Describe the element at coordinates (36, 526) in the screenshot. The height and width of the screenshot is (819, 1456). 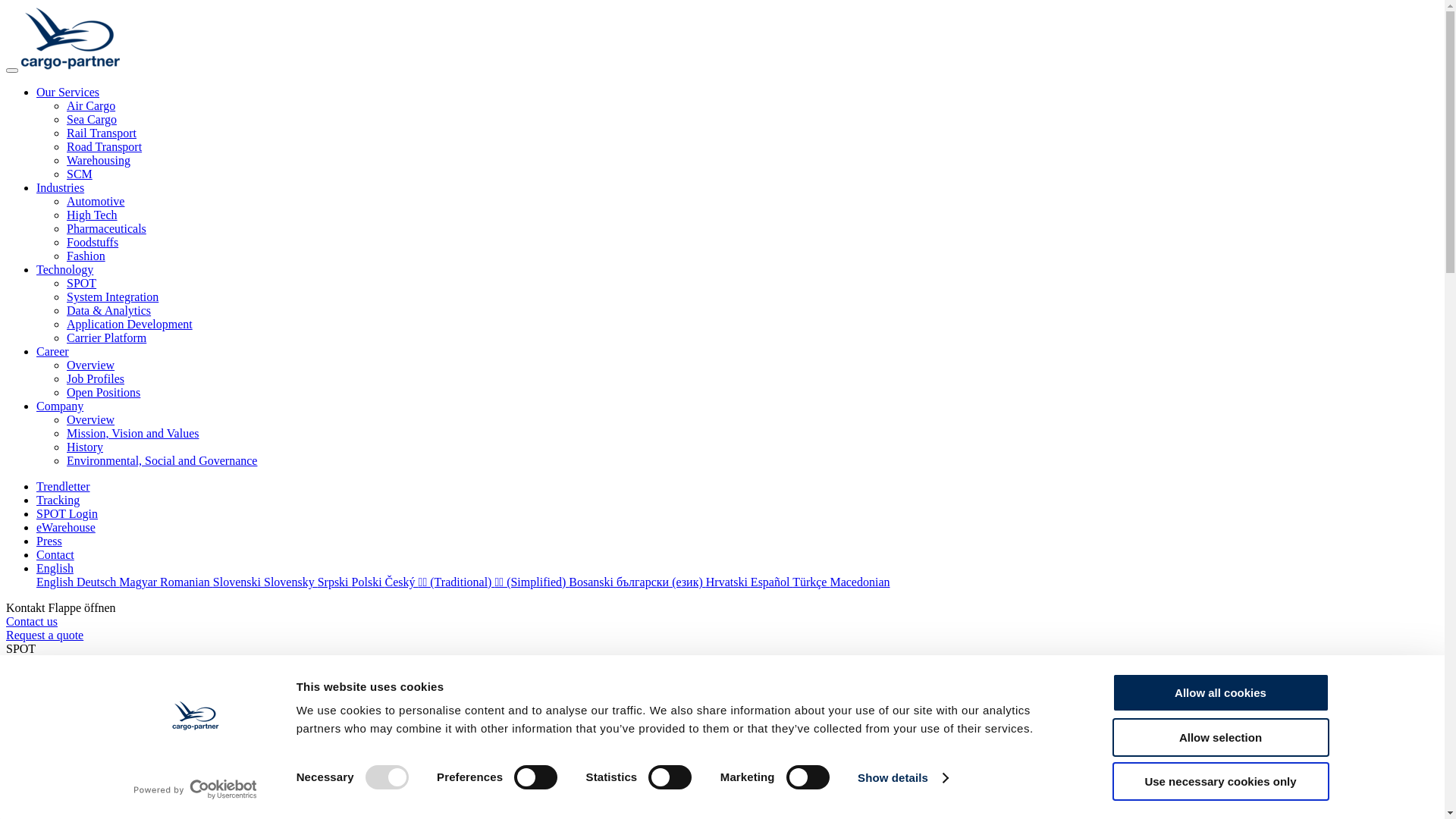
I see `'eWarehouse'` at that location.